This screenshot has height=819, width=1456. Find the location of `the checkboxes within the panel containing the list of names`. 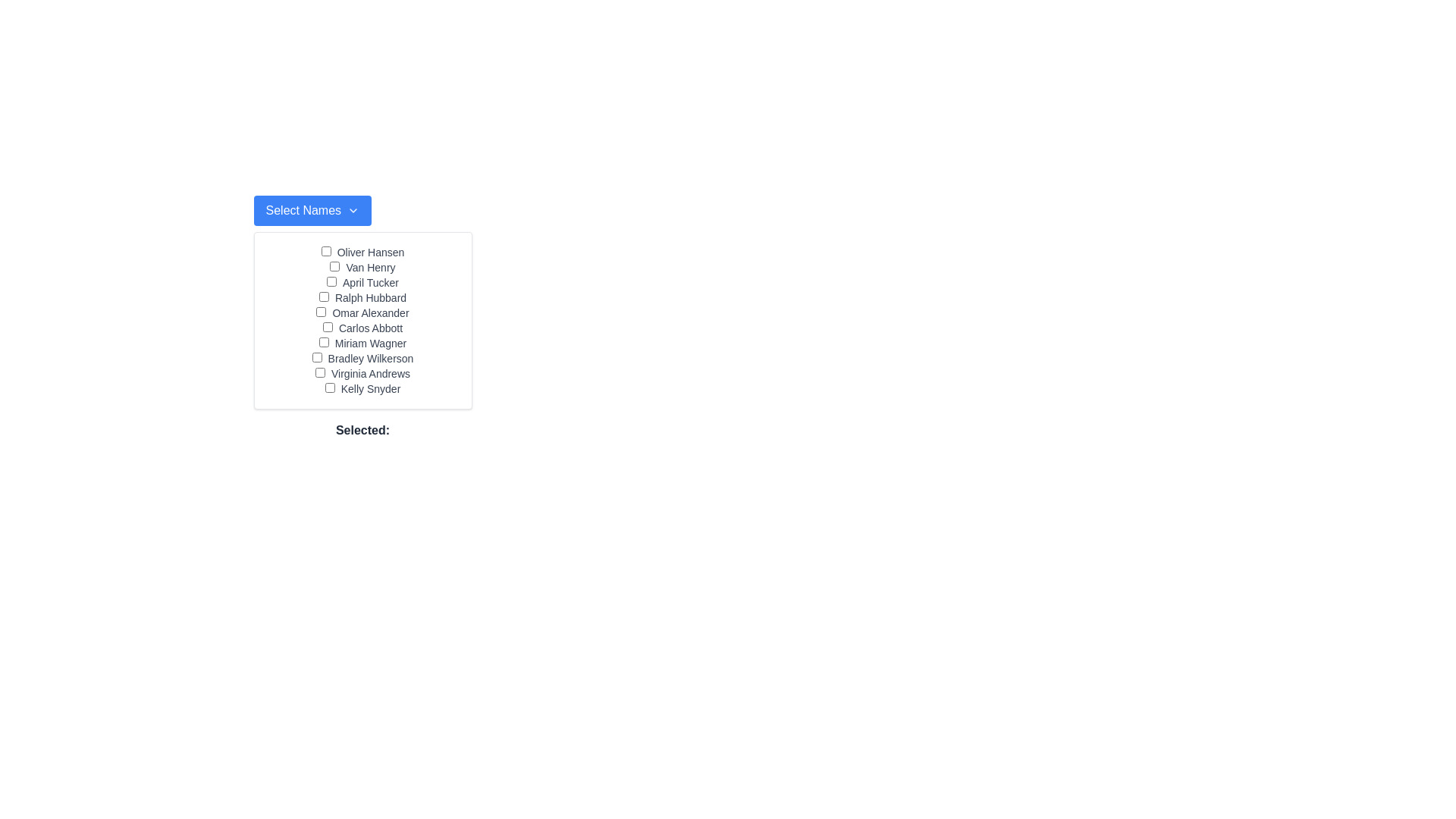

the checkboxes within the panel containing the list of names is located at coordinates (362, 320).